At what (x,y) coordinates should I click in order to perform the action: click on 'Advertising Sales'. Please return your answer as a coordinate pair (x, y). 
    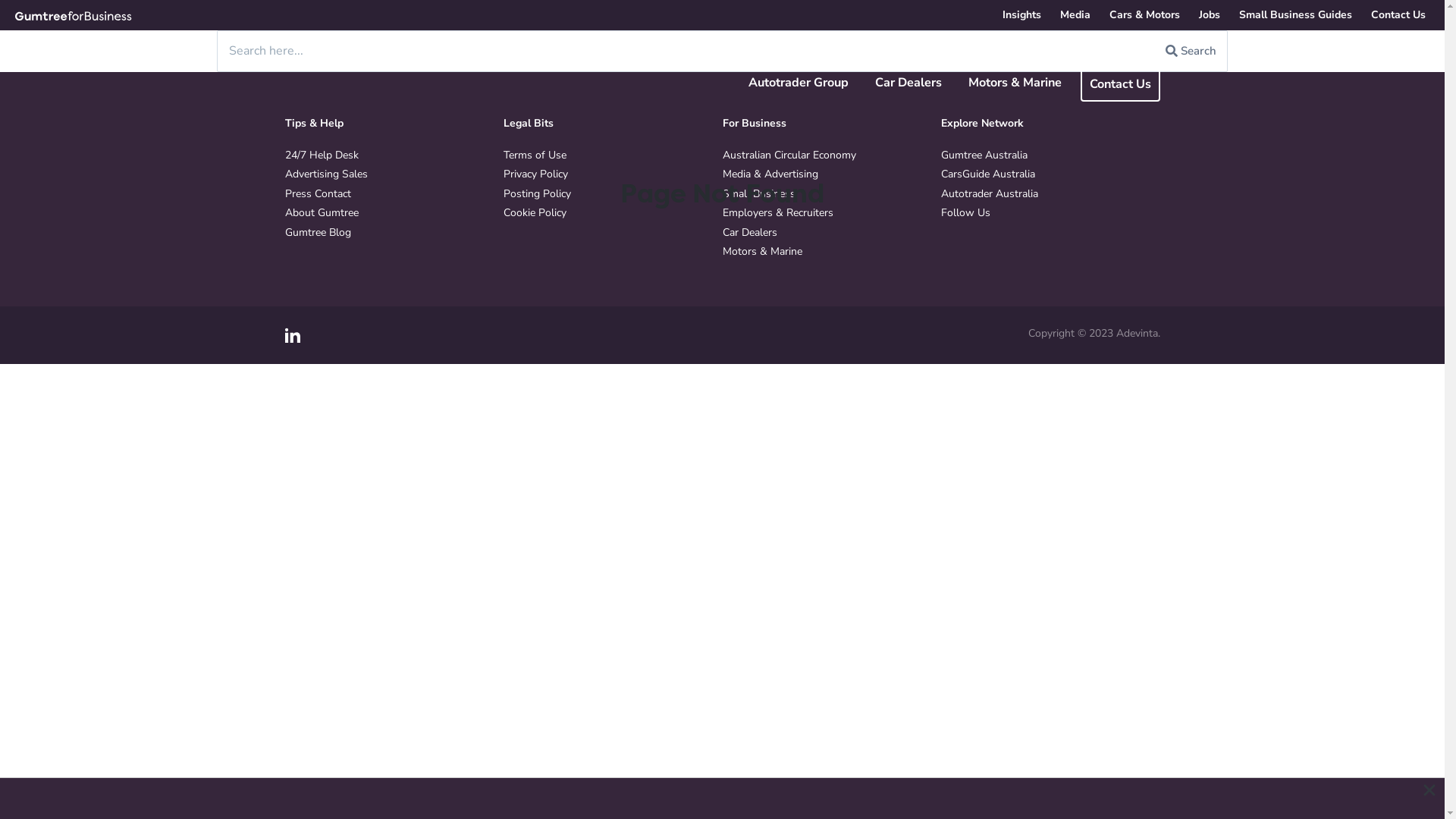
    Looking at the image, I should click on (325, 173).